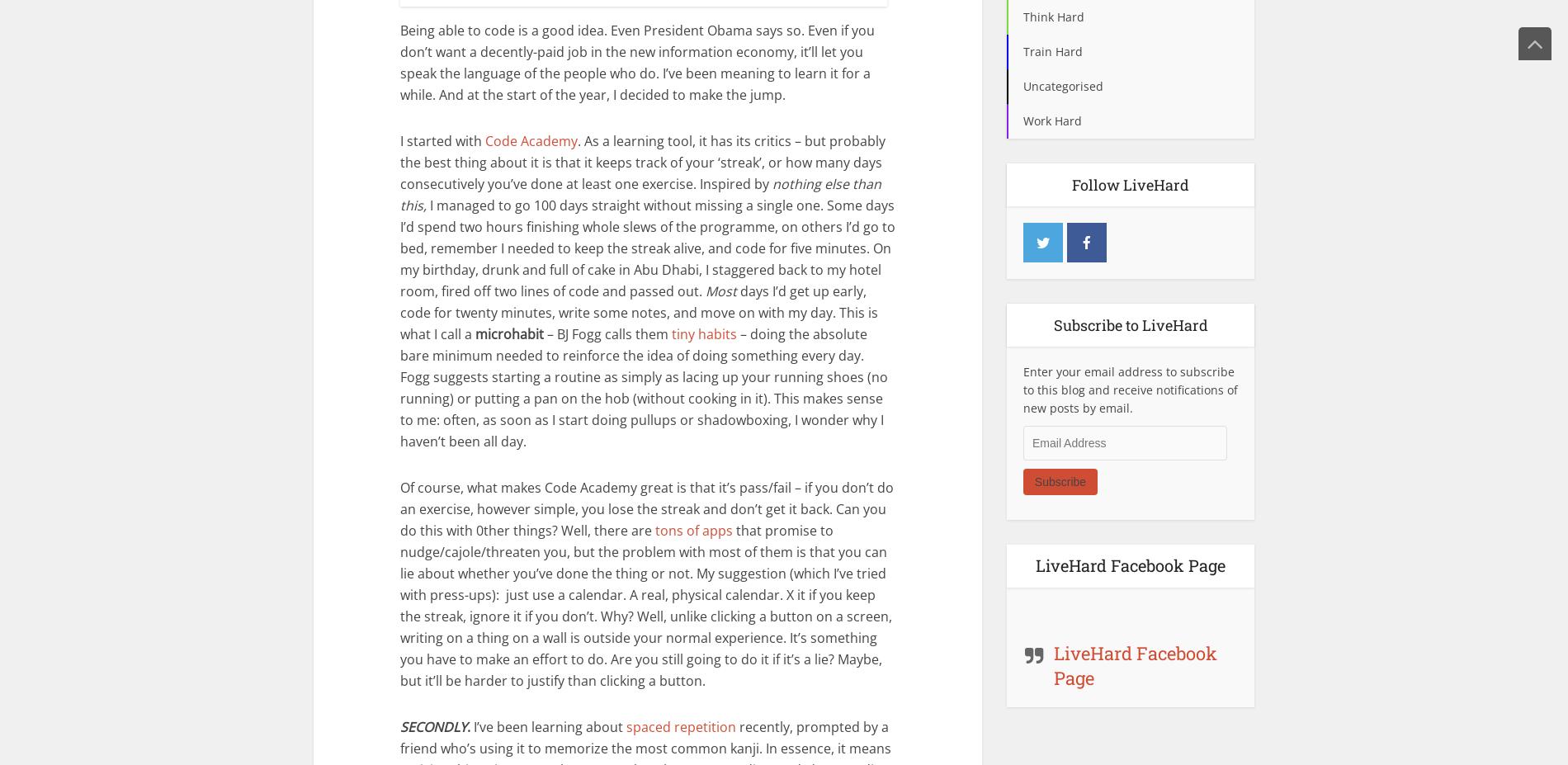 The height and width of the screenshot is (765, 1568). What do you see at coordinates (642, 161) in the screenshot?
I see `'. As a learning tool, it has its critics – but probably the best thing about it is that it keeps track of your ‘streak’, or how many days consecutively you’ve done at least one exercise. Inspired by'` at bounding box center [642, 161].